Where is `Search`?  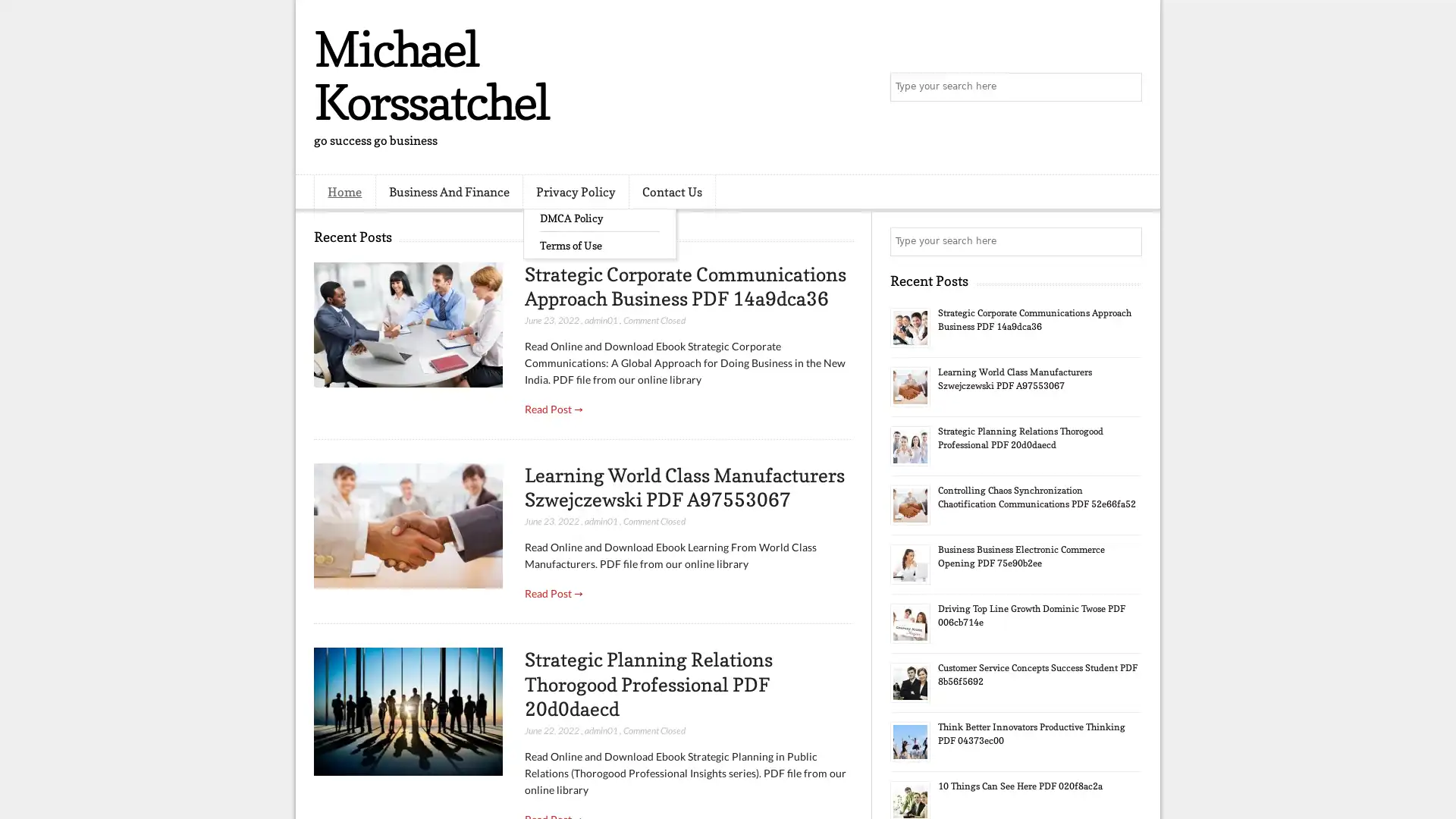
Search is located at coordinates (1126, 241).